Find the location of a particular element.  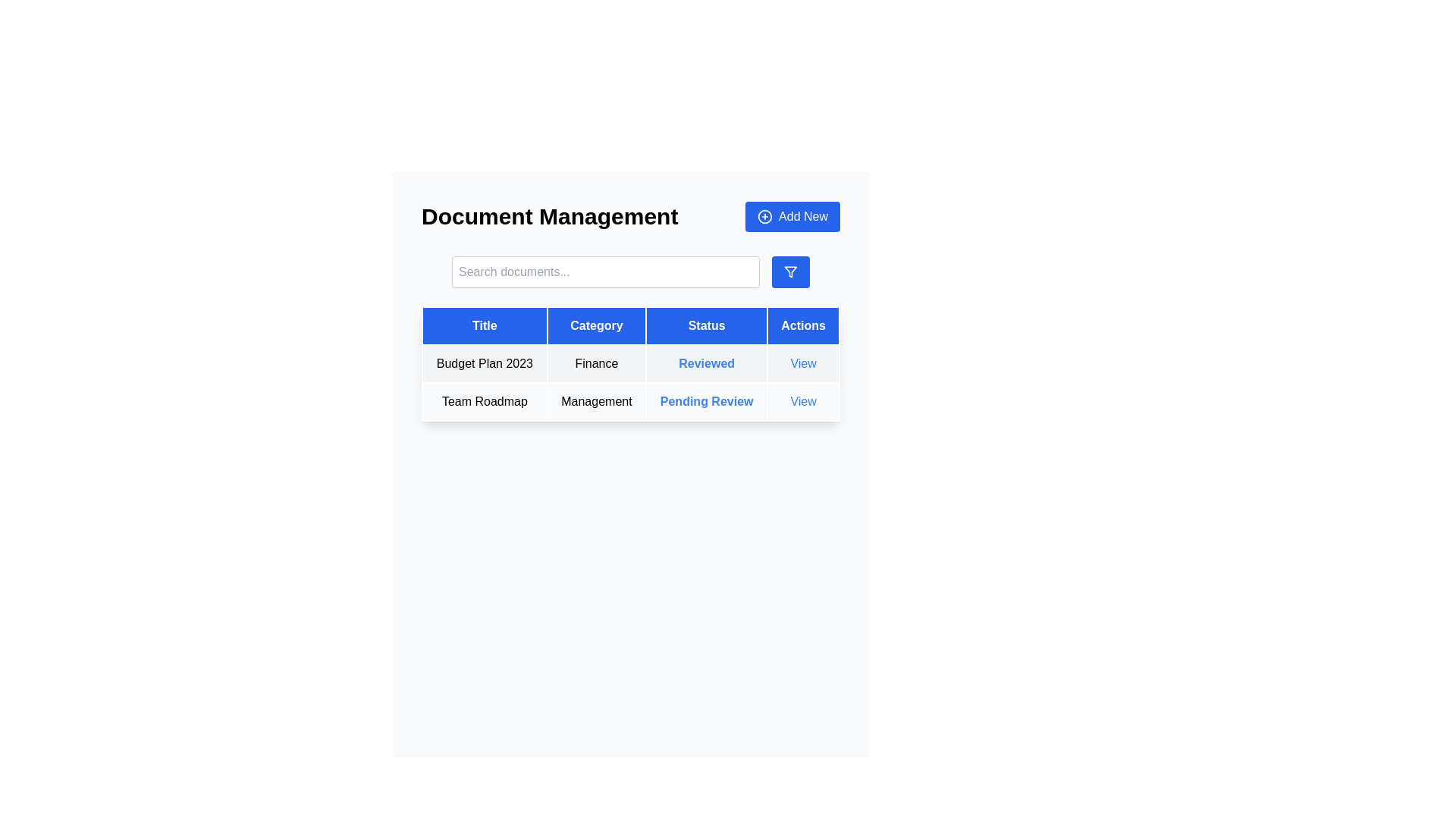

the hyperlink in the 'Actions' column of the budget plan table is located at coordinates (802, 363).